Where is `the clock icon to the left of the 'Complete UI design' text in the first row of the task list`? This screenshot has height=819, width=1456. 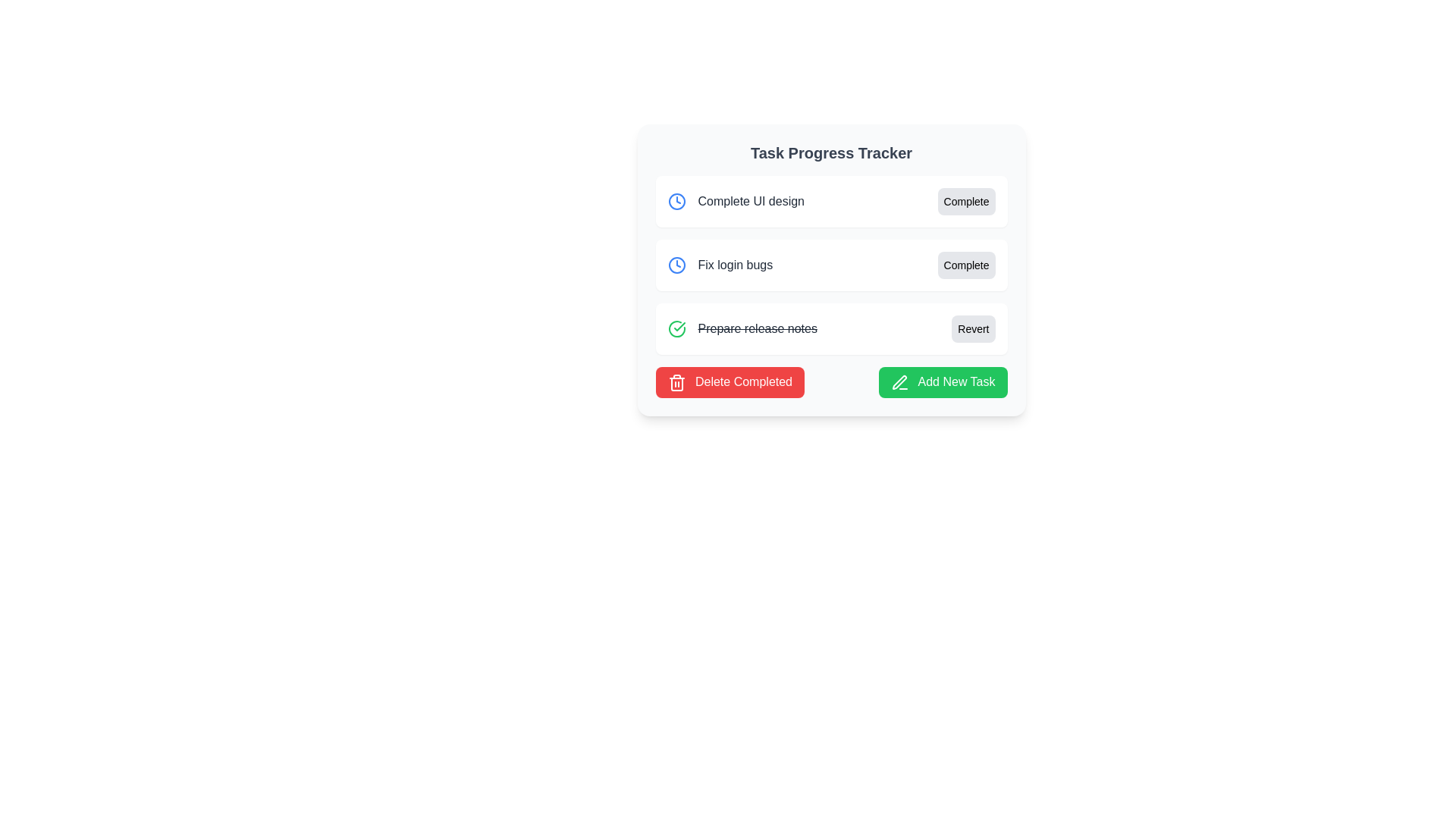
the clock icon to the left of the 'Complete UI design' text in the first row of the task list is located at coordinates (676, 201).